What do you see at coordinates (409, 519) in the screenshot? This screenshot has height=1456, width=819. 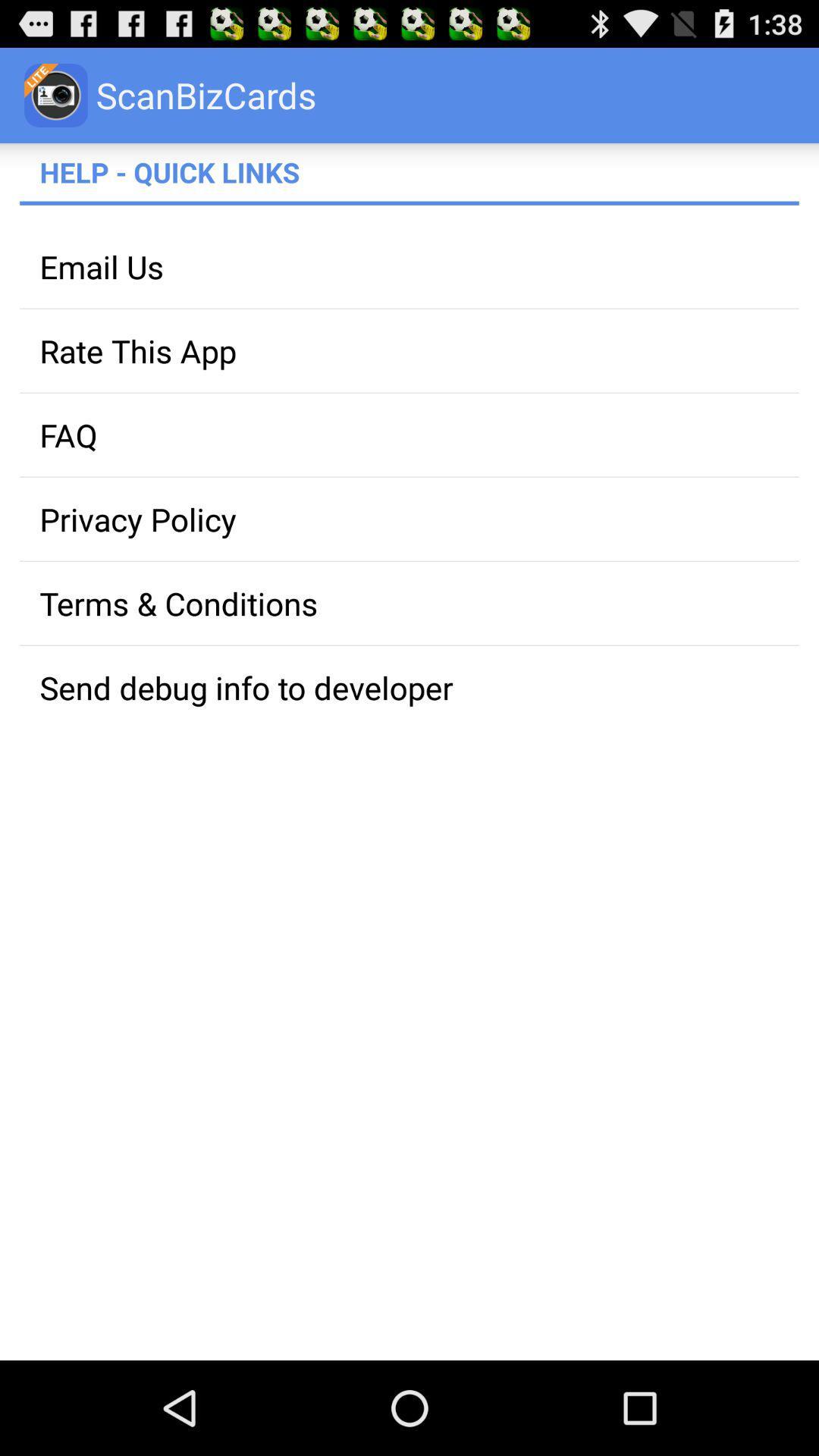 I see `app above the terms & conditions icon` at bounding box center [409, 519].